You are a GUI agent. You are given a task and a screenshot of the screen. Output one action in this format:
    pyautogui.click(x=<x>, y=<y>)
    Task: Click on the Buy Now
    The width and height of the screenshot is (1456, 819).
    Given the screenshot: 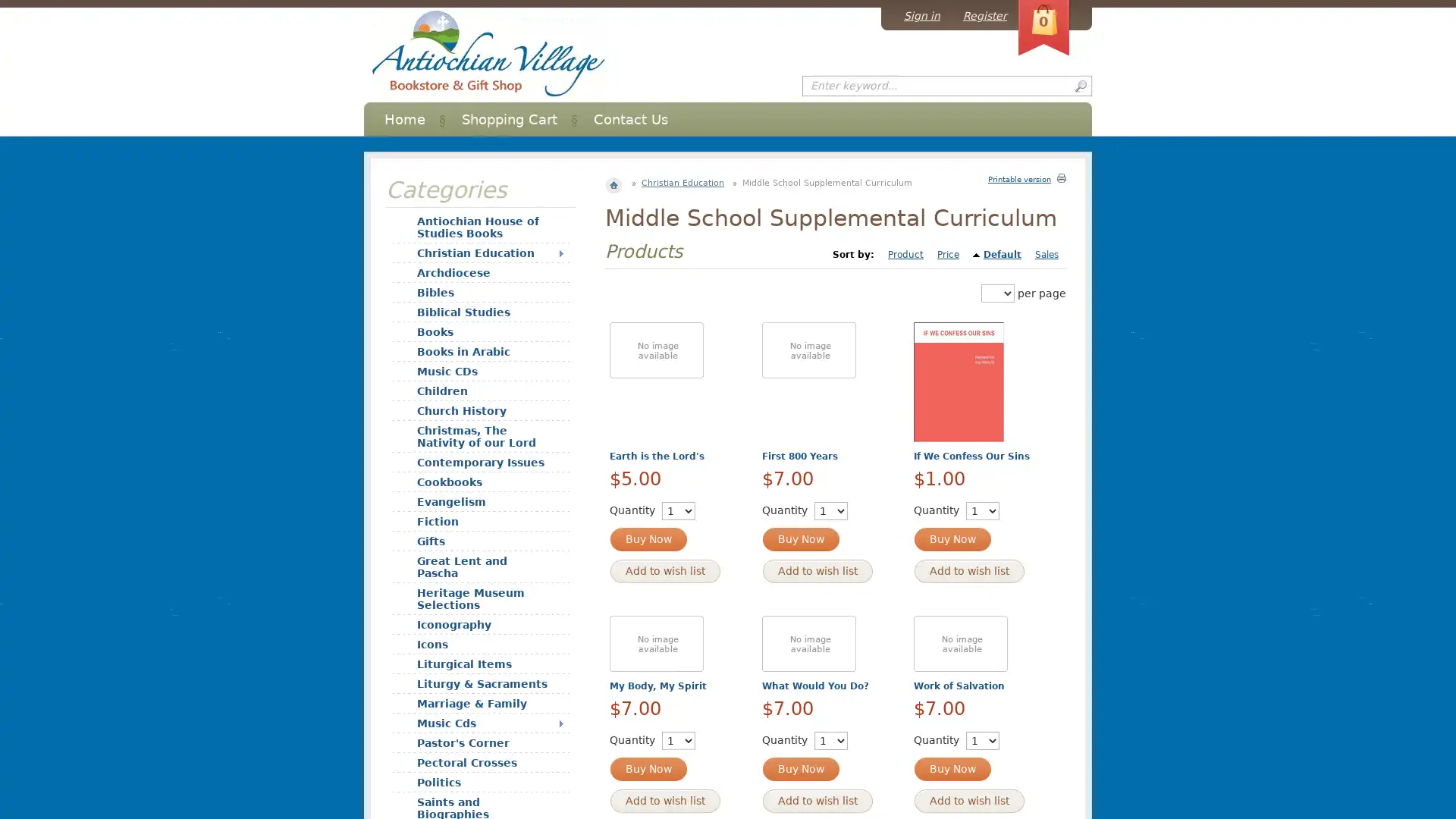 What is the action you would take?
    pyautogui.click(x=799, y=538)
    